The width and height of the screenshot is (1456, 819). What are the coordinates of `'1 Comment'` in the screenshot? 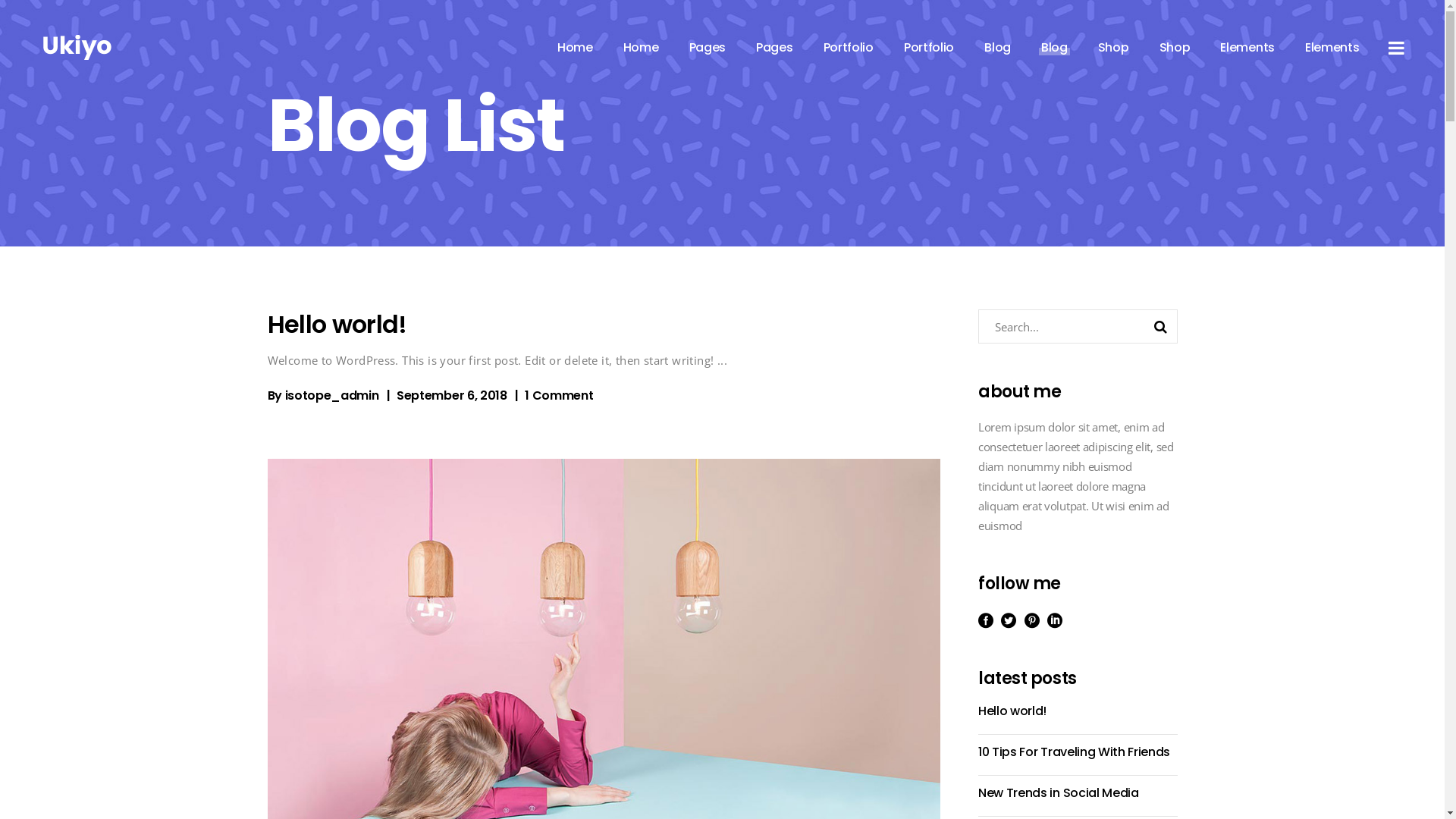 It's located at (558, 394).